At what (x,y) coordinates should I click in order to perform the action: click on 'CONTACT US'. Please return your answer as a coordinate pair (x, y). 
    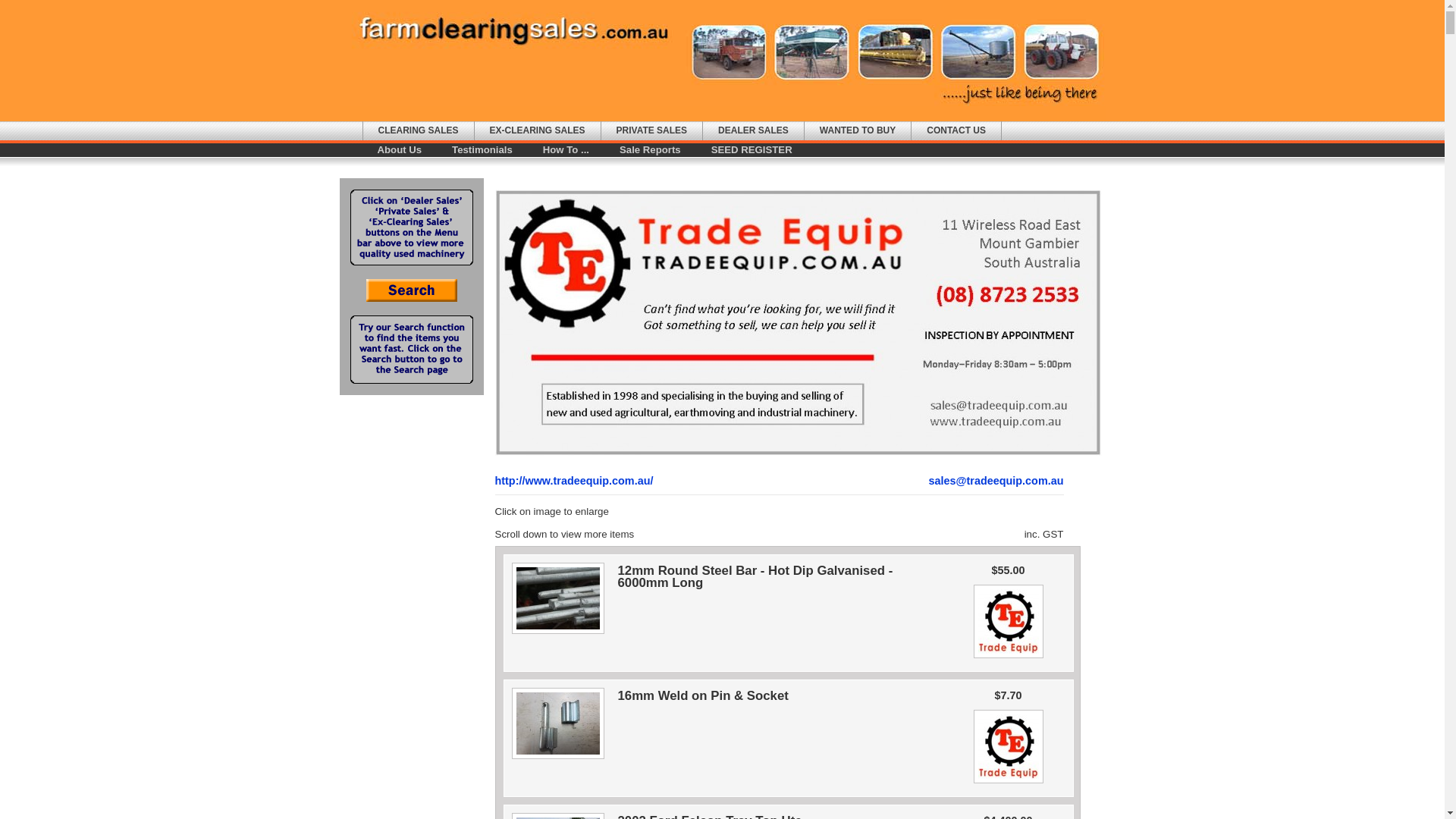
    Looking at the image, I should click on (955, 130).